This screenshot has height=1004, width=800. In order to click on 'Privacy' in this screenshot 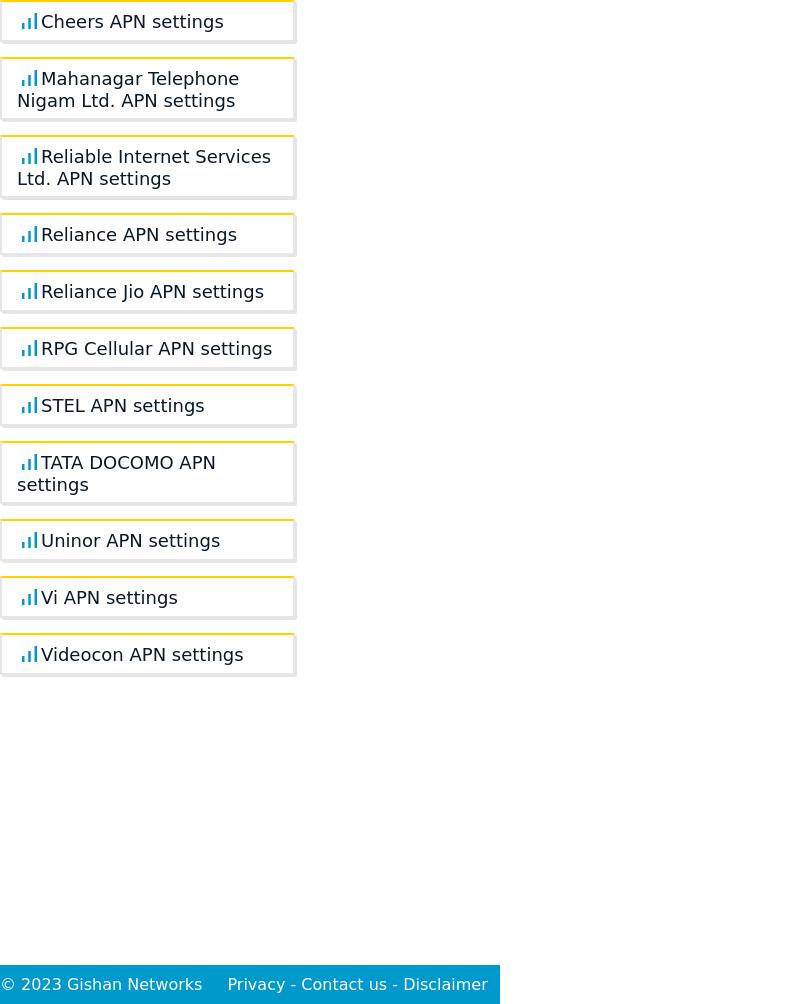, I will do `click(227, 983)`.